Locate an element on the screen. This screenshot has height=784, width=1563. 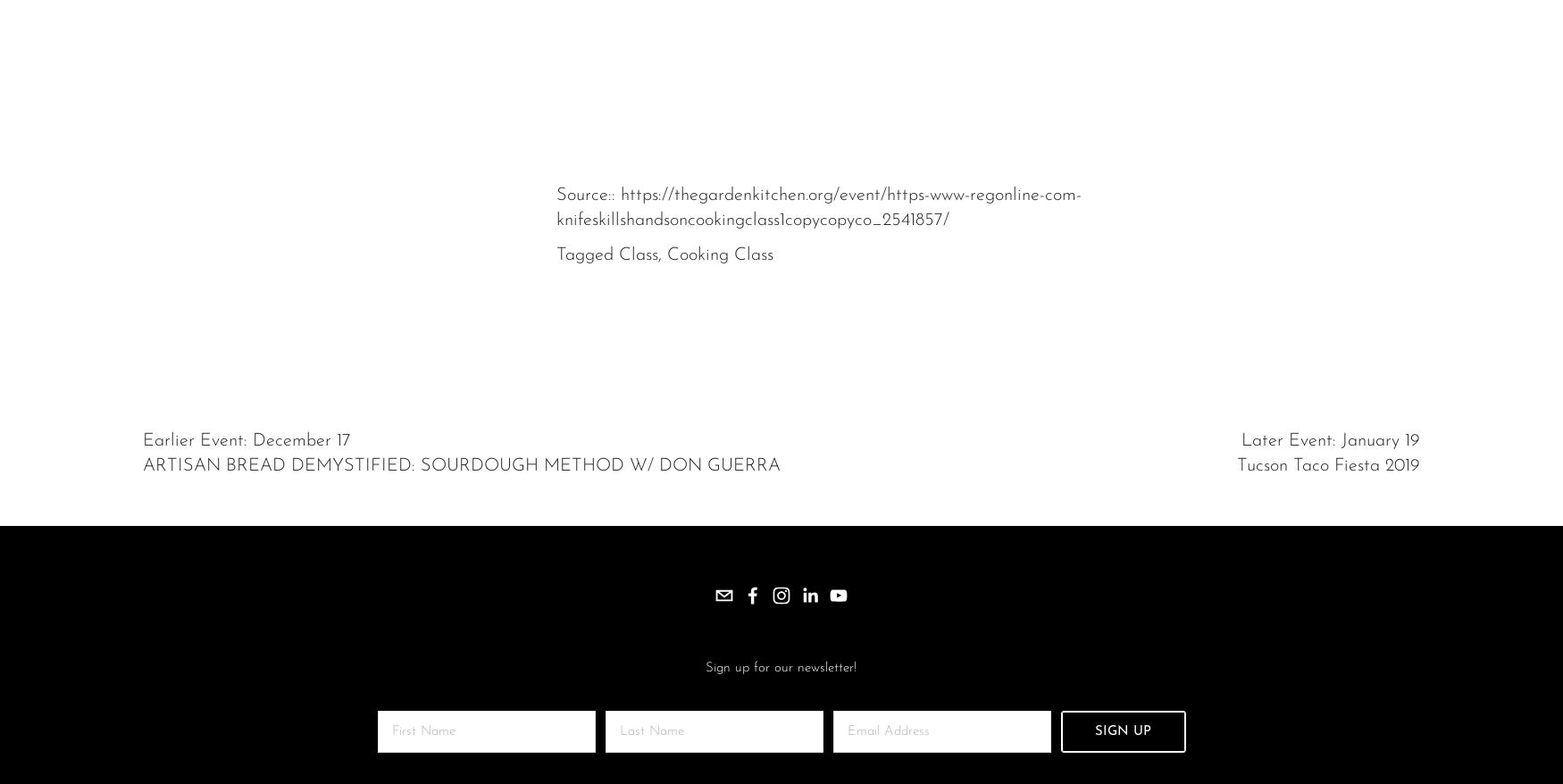
'ARTISAN BREAD DEMYSTIFIED: SOURDOUGH METHOD W/ DON GUERRA' is located at coordinates (460, 465).